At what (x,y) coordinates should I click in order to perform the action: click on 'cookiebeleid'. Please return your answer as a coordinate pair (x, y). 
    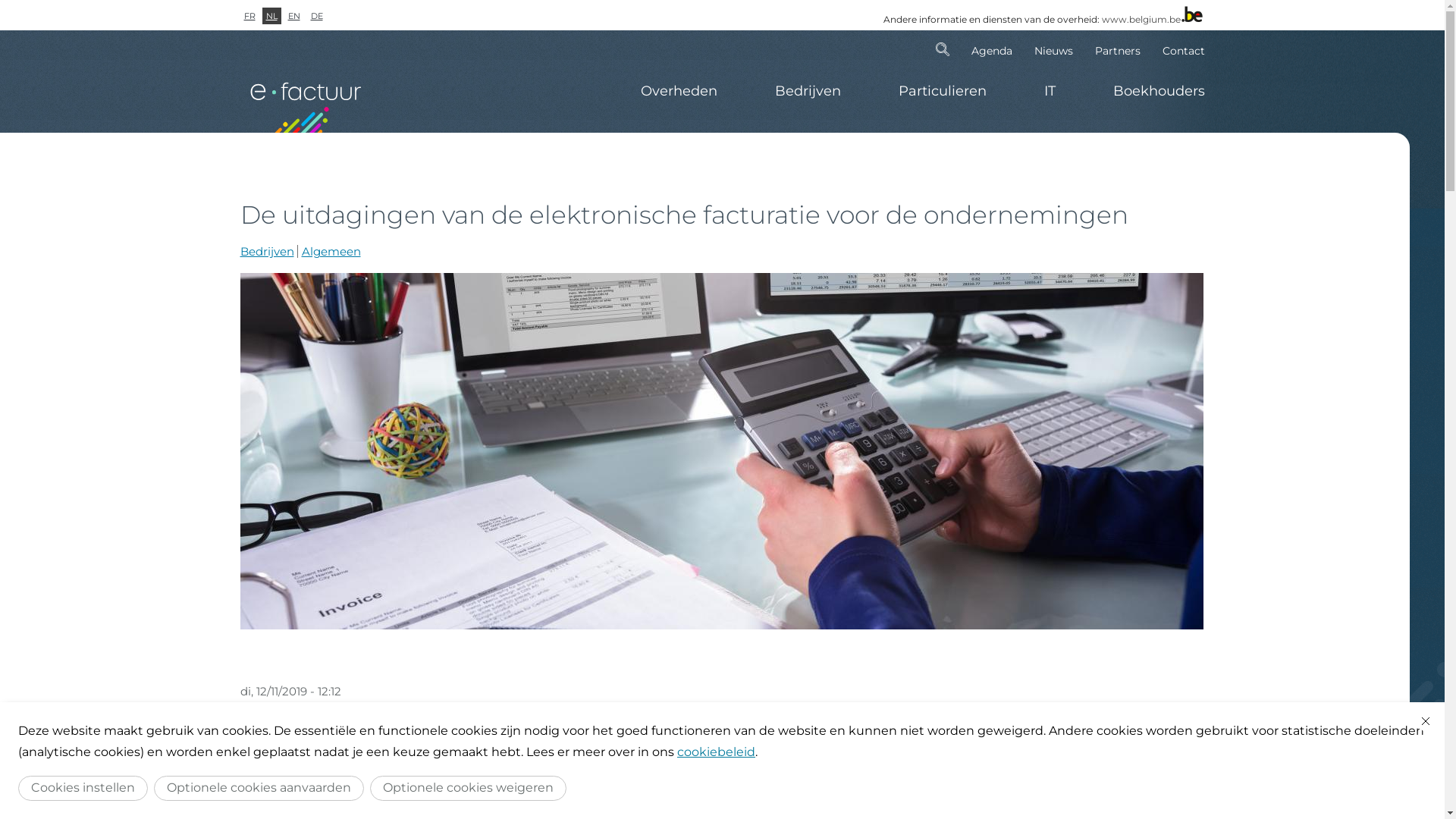
    Looking at the image, I should click on (715, 752).